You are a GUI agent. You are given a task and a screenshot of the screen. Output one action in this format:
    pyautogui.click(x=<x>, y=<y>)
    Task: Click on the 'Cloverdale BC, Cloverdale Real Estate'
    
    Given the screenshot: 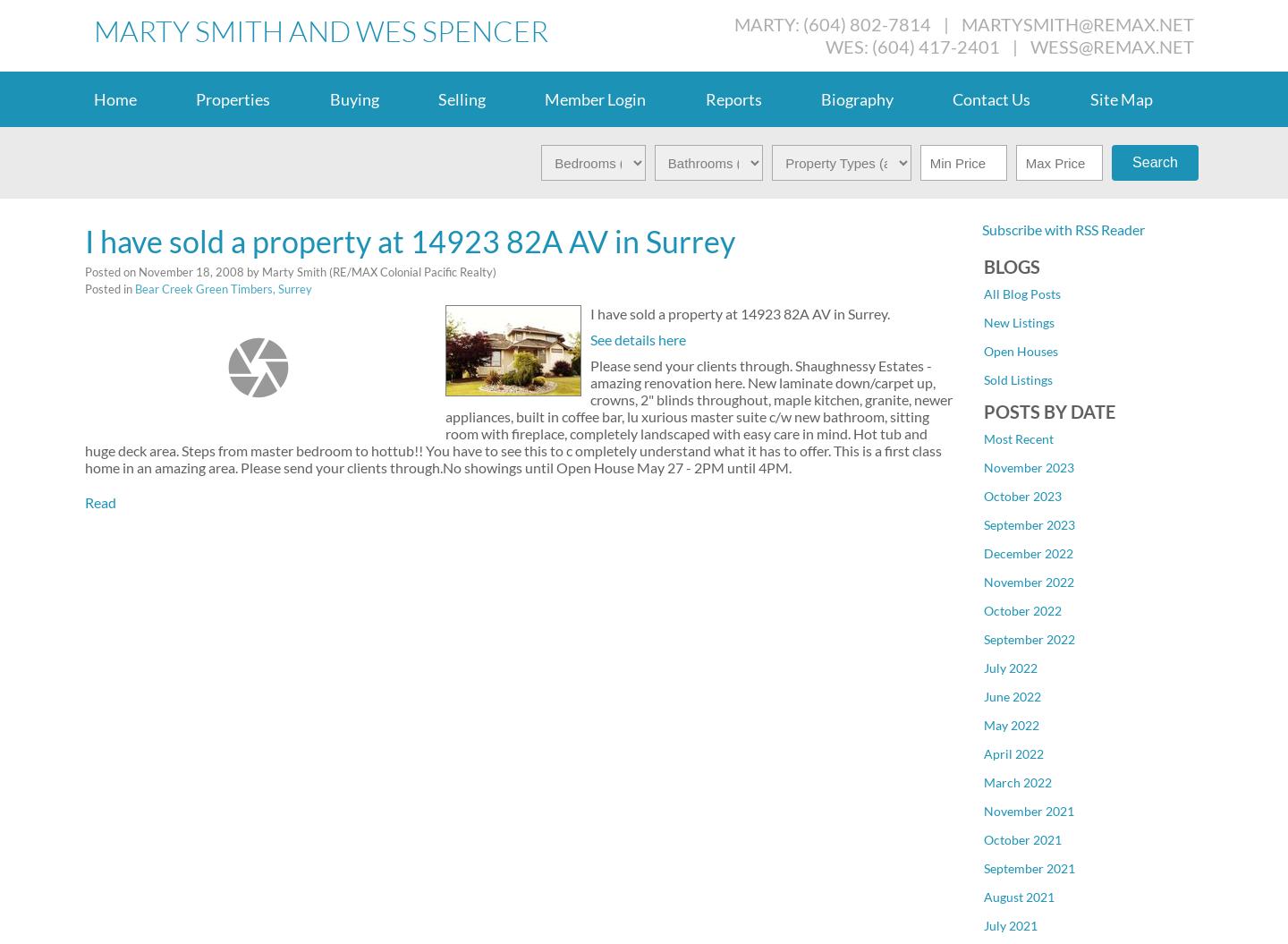 What is the action you would take?
    pyautogui.click(x=1088, y=203)
    